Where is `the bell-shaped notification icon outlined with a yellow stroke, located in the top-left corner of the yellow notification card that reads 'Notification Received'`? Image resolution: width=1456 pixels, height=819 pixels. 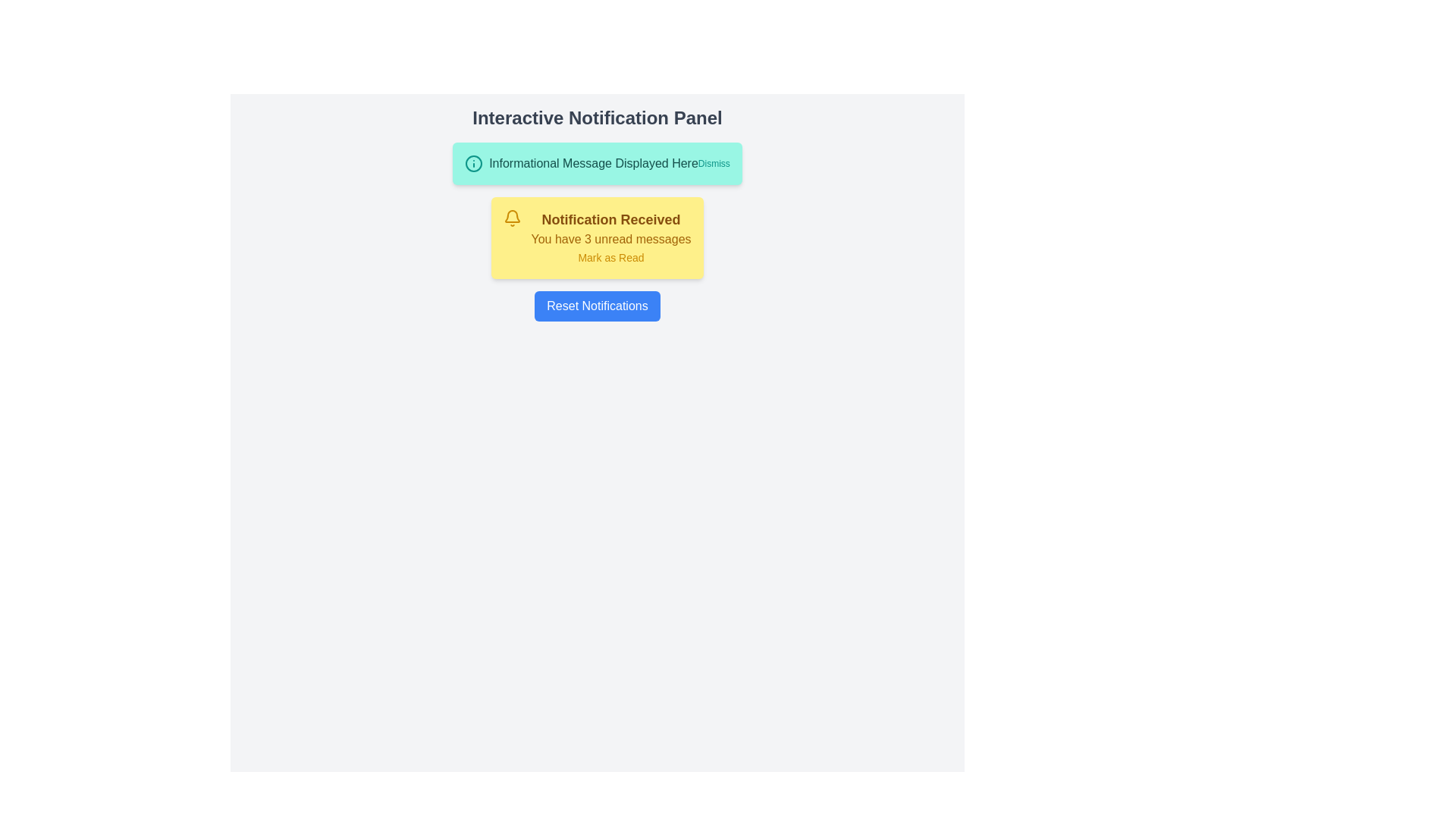
the bell-shaped notification icon outlined with a yellow stroke, located in the top-left corner of the yellow notification card that reads 'Notification Received' is located at coordinates (513, 218).